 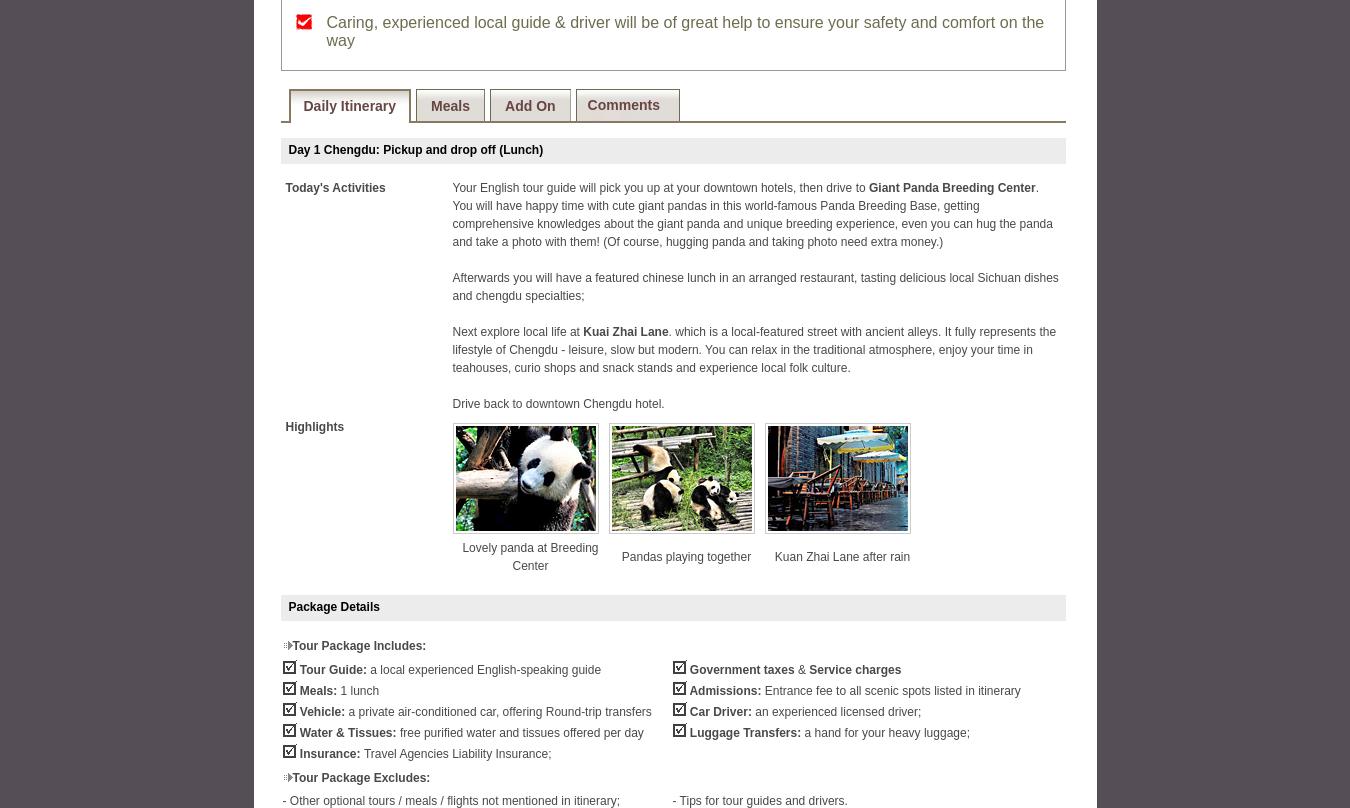 What do you see at coordinates (331, 669) in the screenshot?
I see `'Tour Guide:'` at bounding box center [331, 669].